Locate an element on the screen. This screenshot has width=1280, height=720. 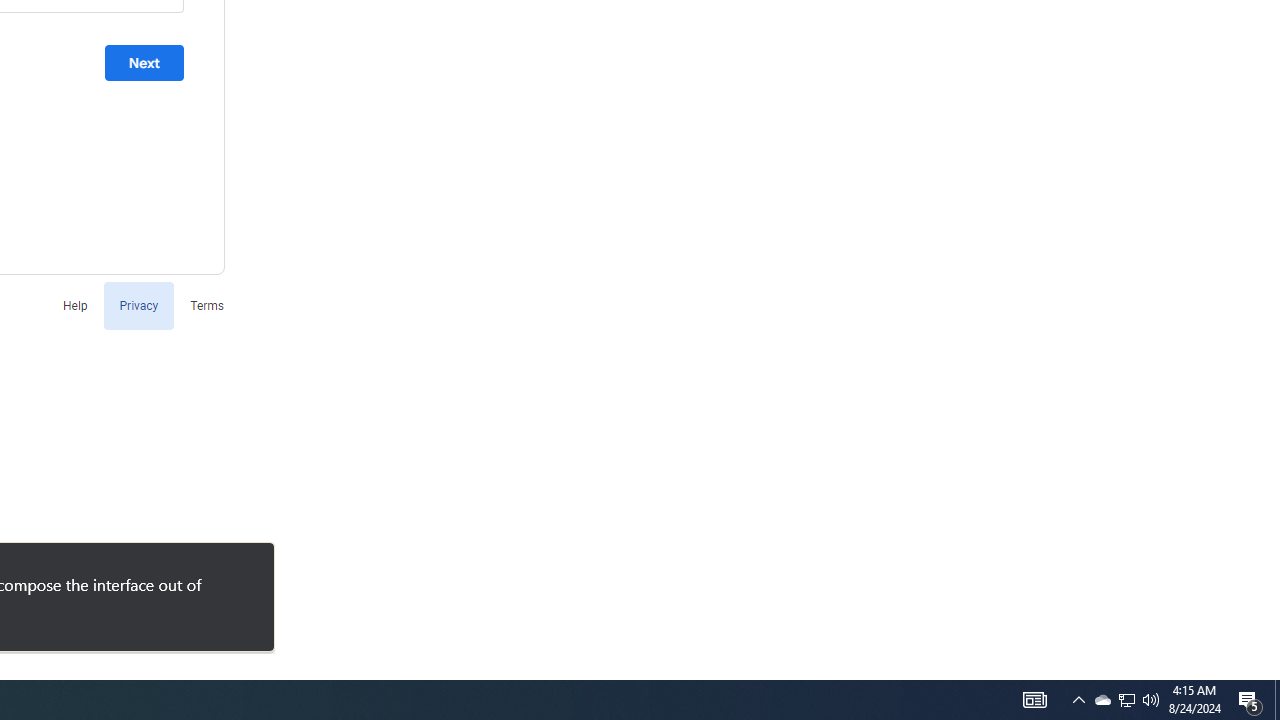
'Help' is located at coordinates (74, 305).